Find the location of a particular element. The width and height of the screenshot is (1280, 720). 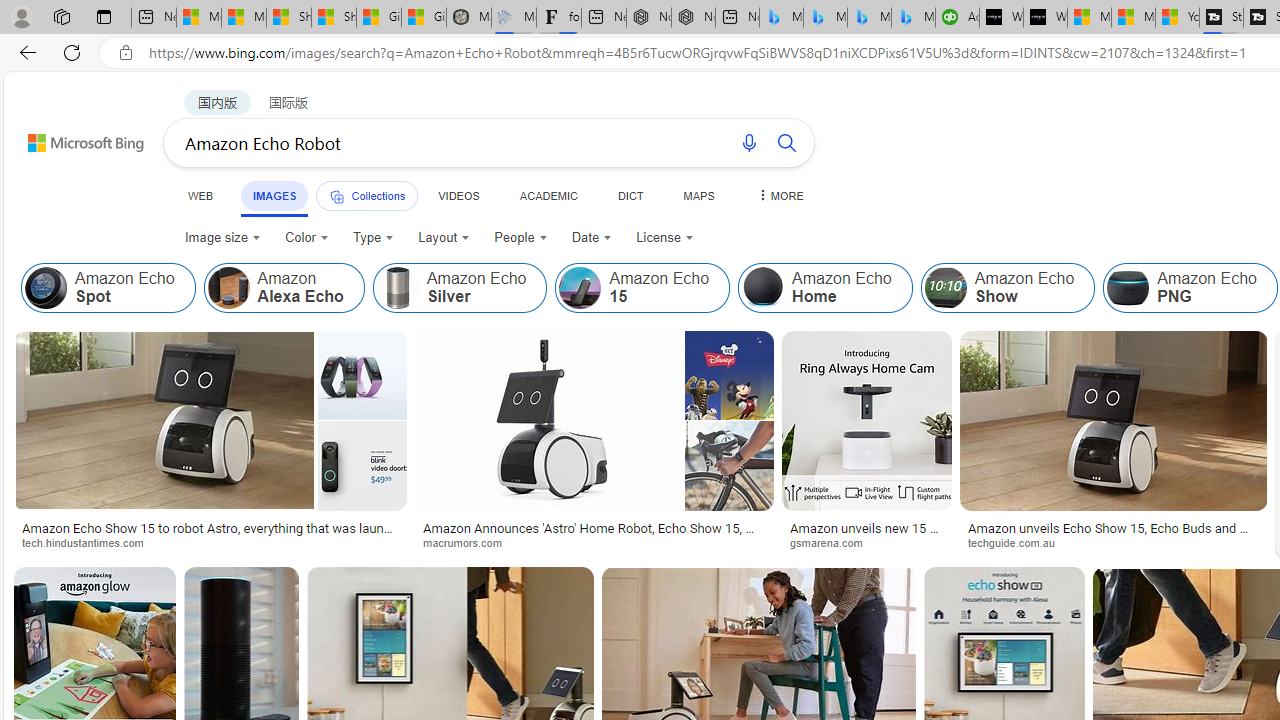

'macrumors.com' is located at coordinates (468, 542).